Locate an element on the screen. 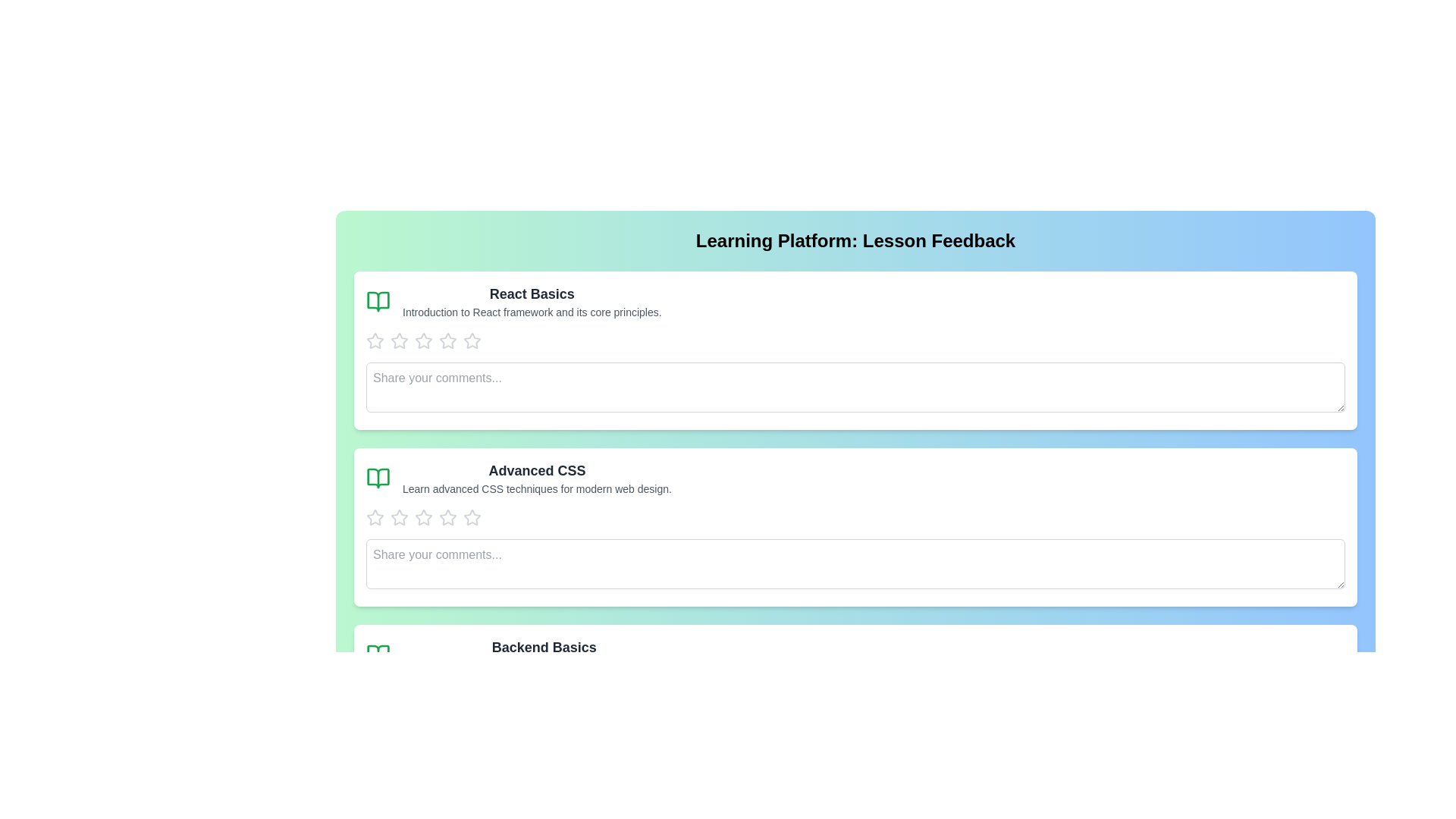 Image resolution: width=1456 pixels, height=819 pixels. the third star icon in the rating component located below the title 'React Basics' is located at coordinates (472, 340).